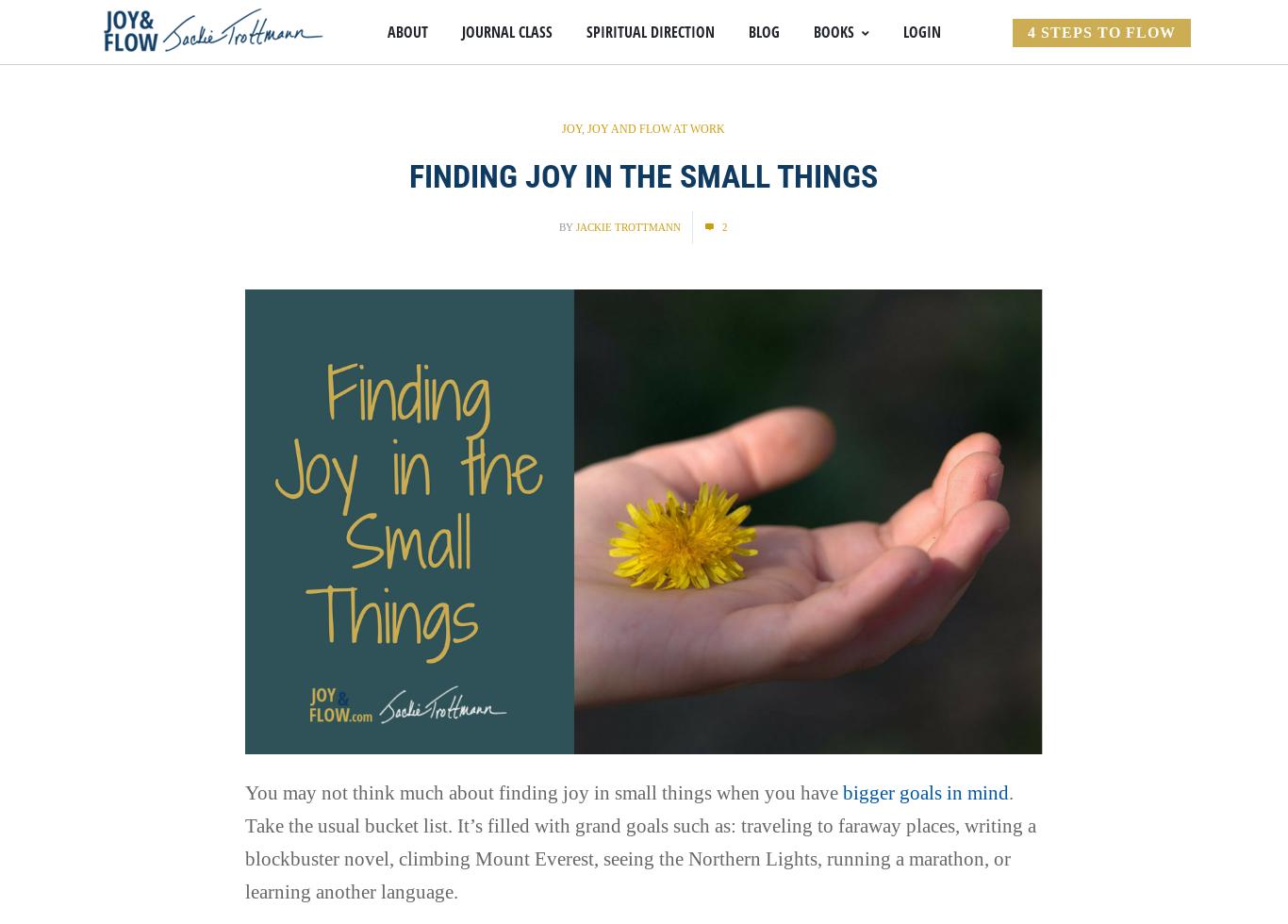 This screenshot has width=1288, height=924. I want to click on 'by', so click(566, 226).